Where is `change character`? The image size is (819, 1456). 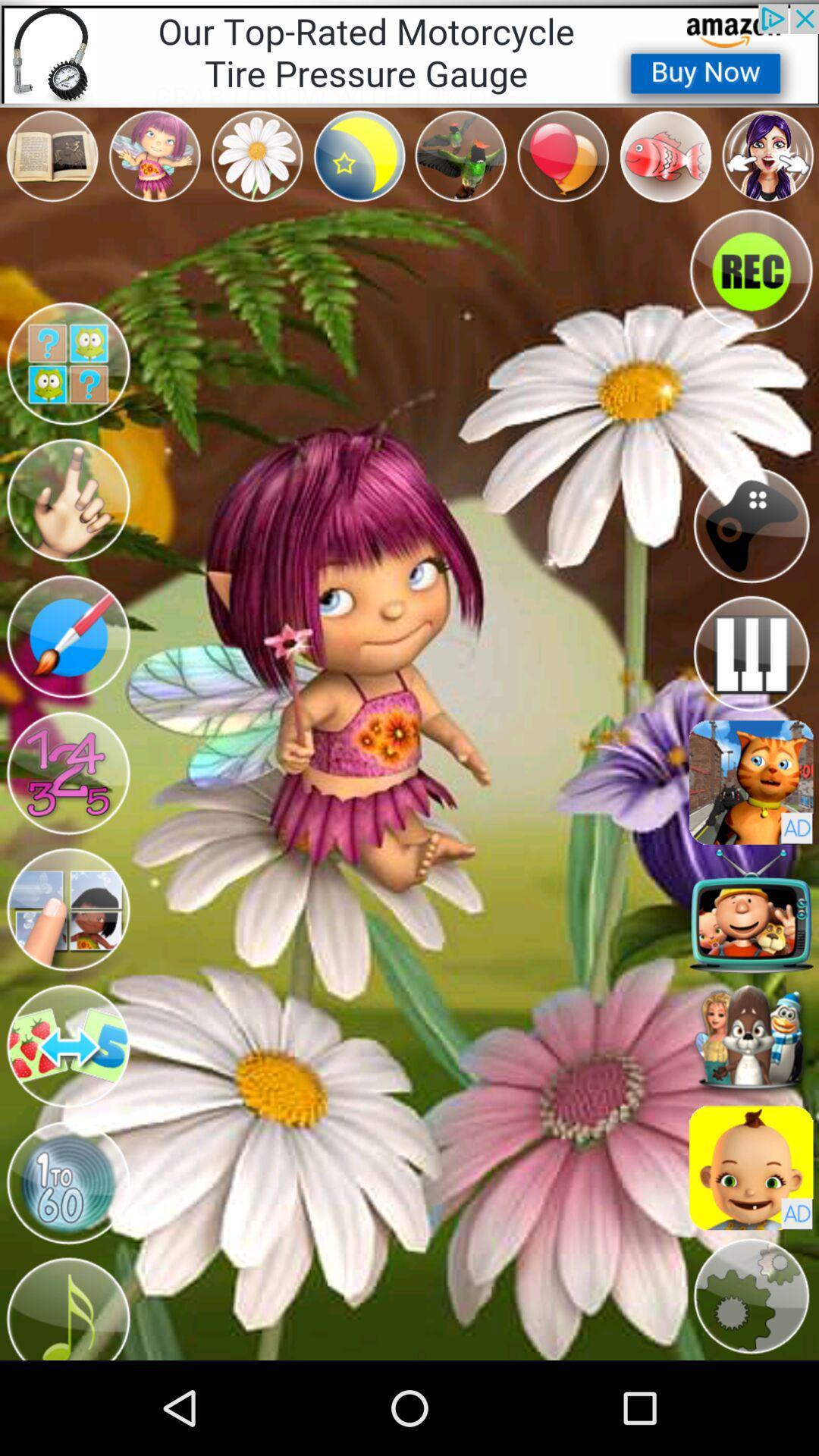 change character is located at coordinates (67, 773).